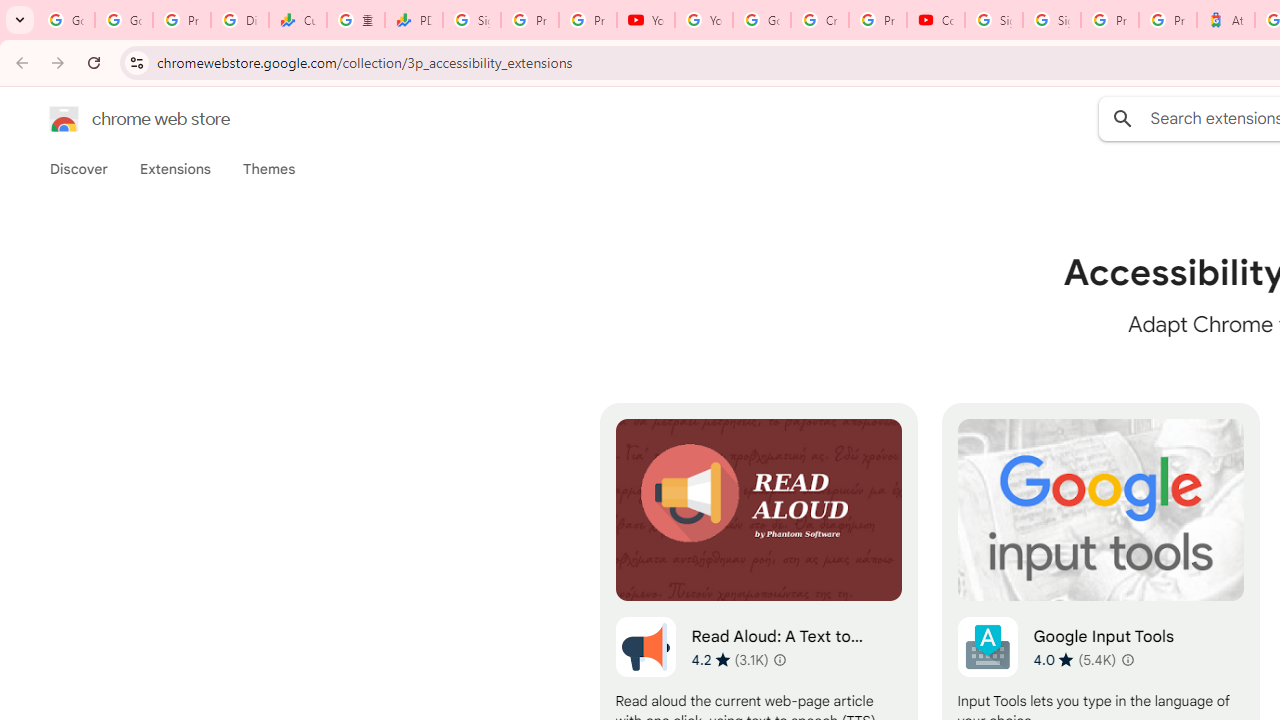 The height and width of the screenshot is (720, 1280). What do you see at coordinates (729, 659) in the screenshot?
I see `'Average rating 4.2 out of 5 stars. 3.1K ratings.'` at bounding box center [729, 659].